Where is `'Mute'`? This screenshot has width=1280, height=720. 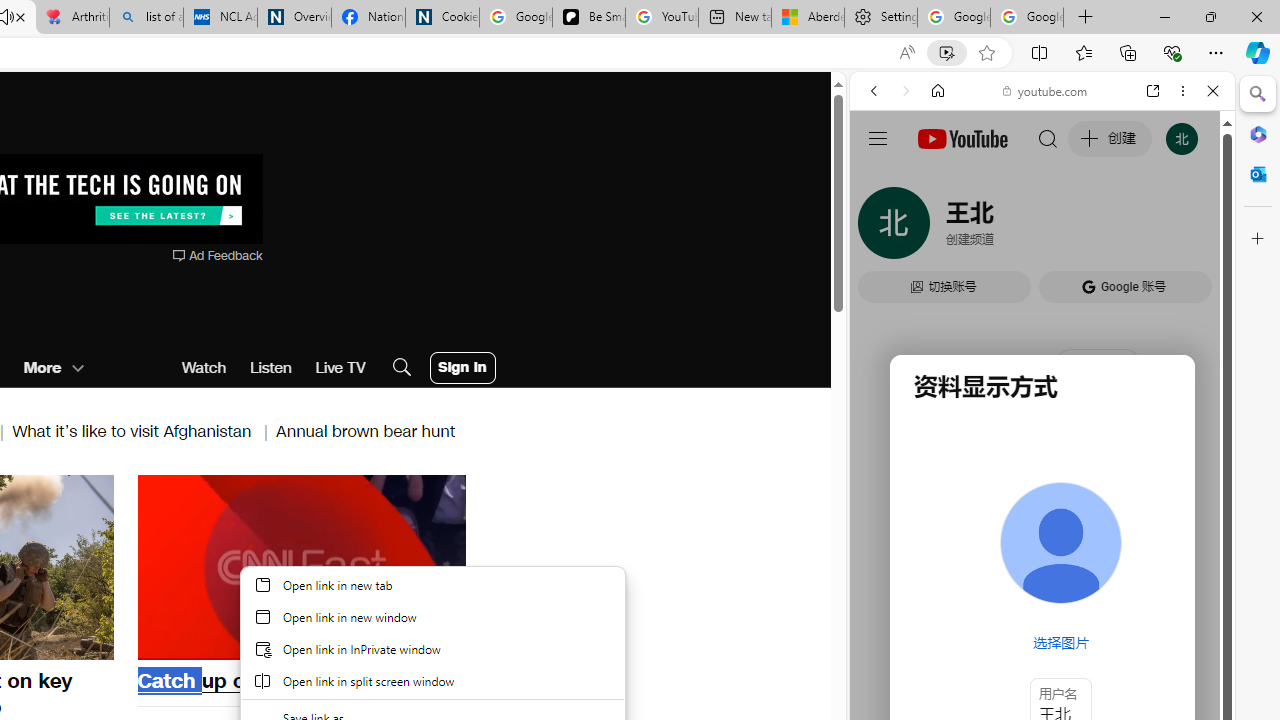
'Mute' is located at coordinates (164, 643).